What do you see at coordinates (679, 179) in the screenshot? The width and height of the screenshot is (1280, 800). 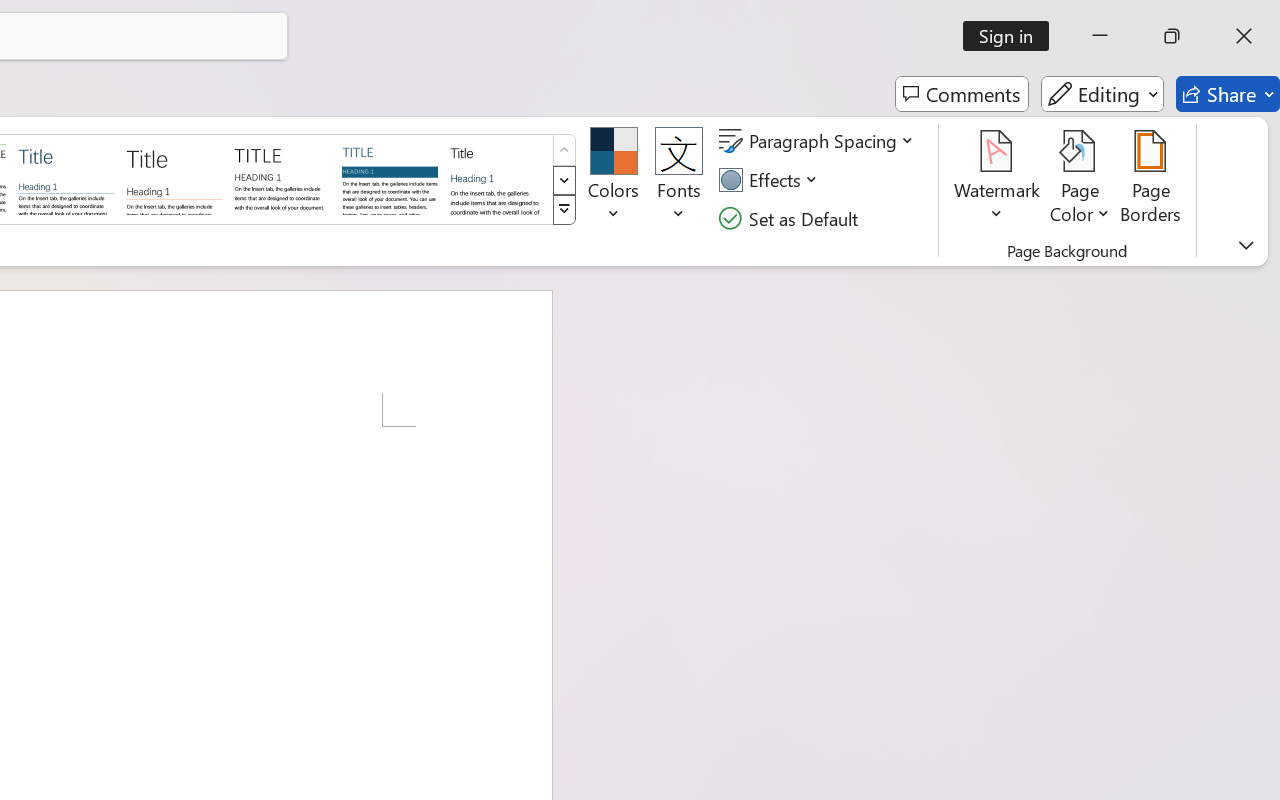 I see `'Fonts'` at bounding box center [679, 179].